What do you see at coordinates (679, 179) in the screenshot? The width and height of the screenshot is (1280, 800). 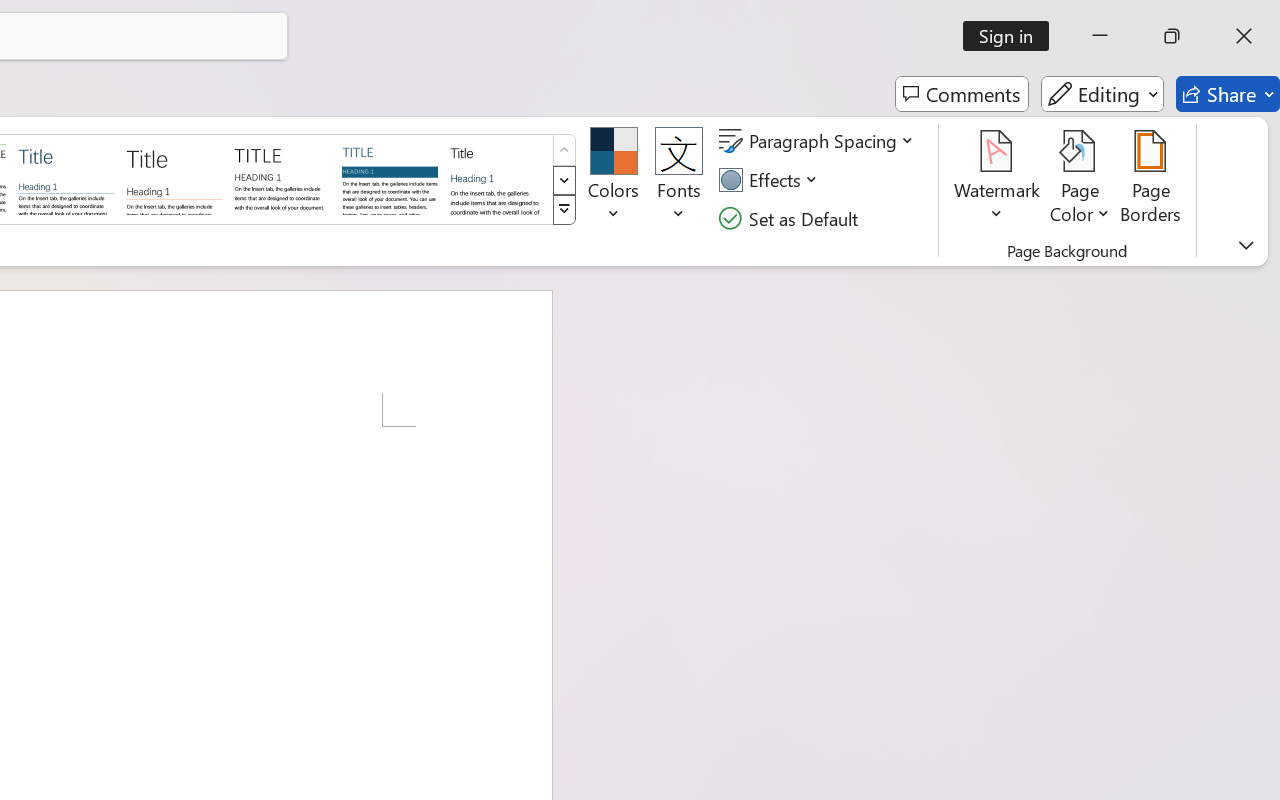 I see `'Fonts'` at bounding box center [679, 179].